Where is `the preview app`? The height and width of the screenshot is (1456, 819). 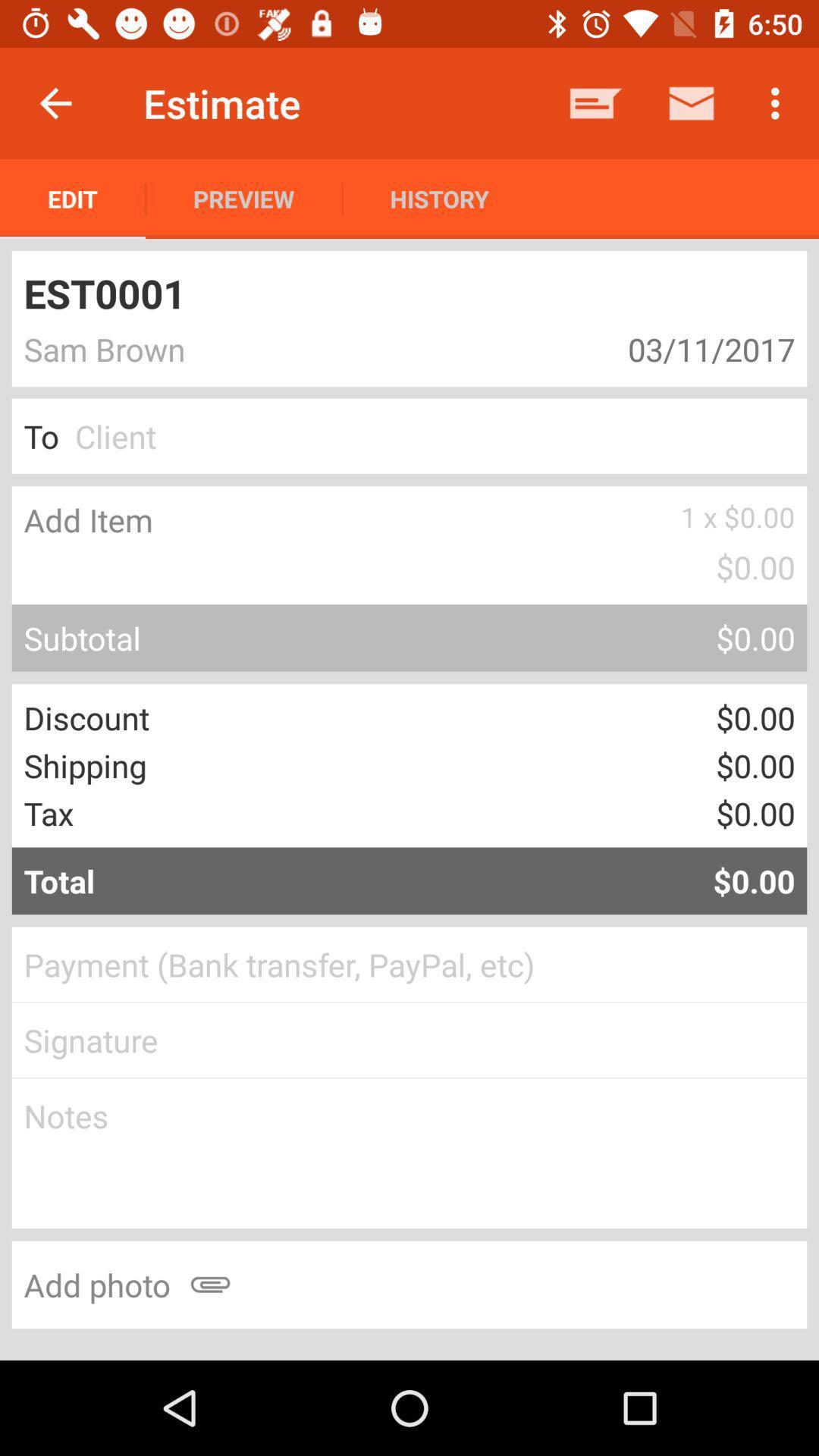 the preview app is located at coordinates (243, 198).